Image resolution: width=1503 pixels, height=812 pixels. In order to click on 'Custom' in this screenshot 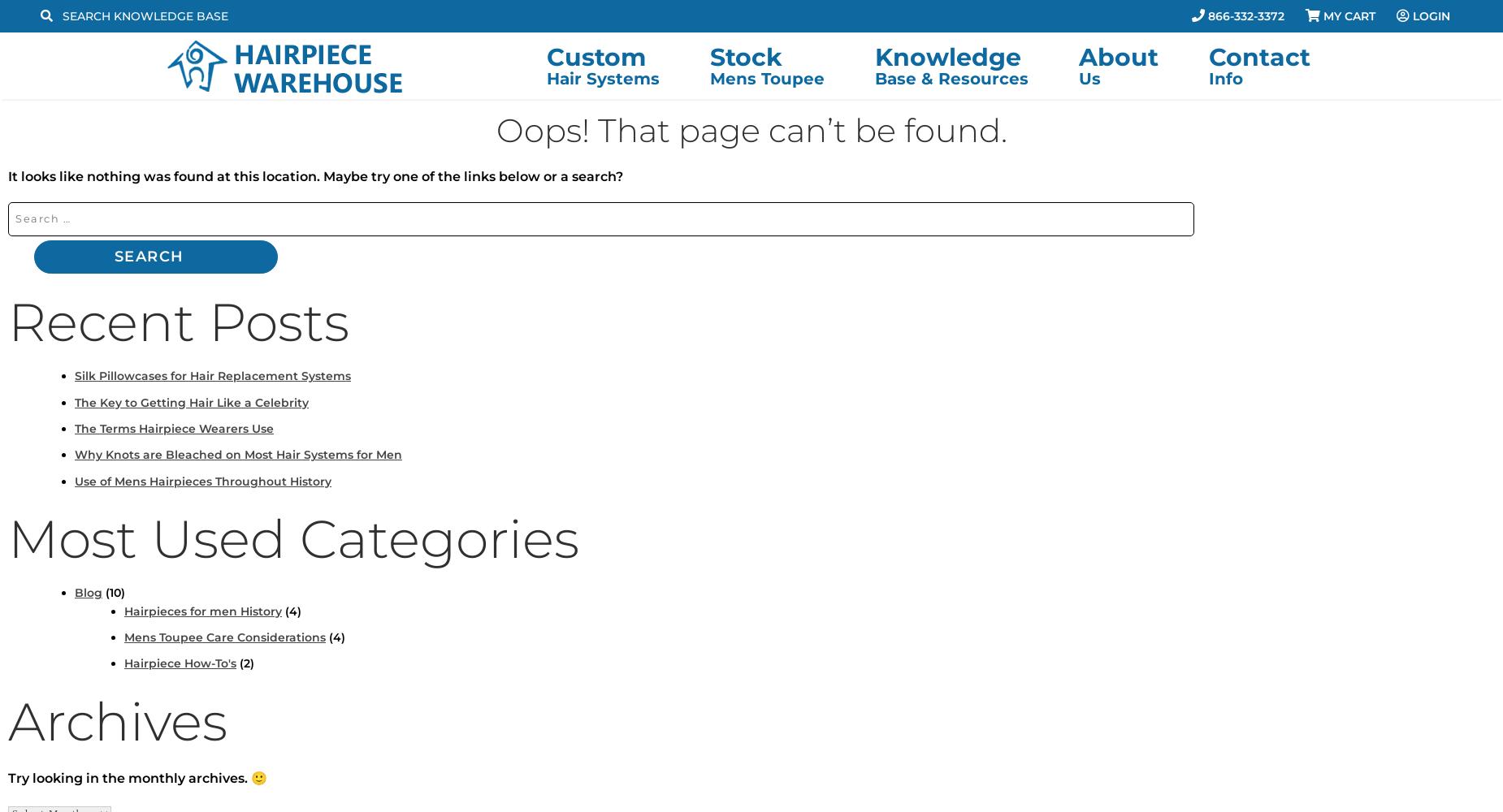, I will do `click(595, 56)`.